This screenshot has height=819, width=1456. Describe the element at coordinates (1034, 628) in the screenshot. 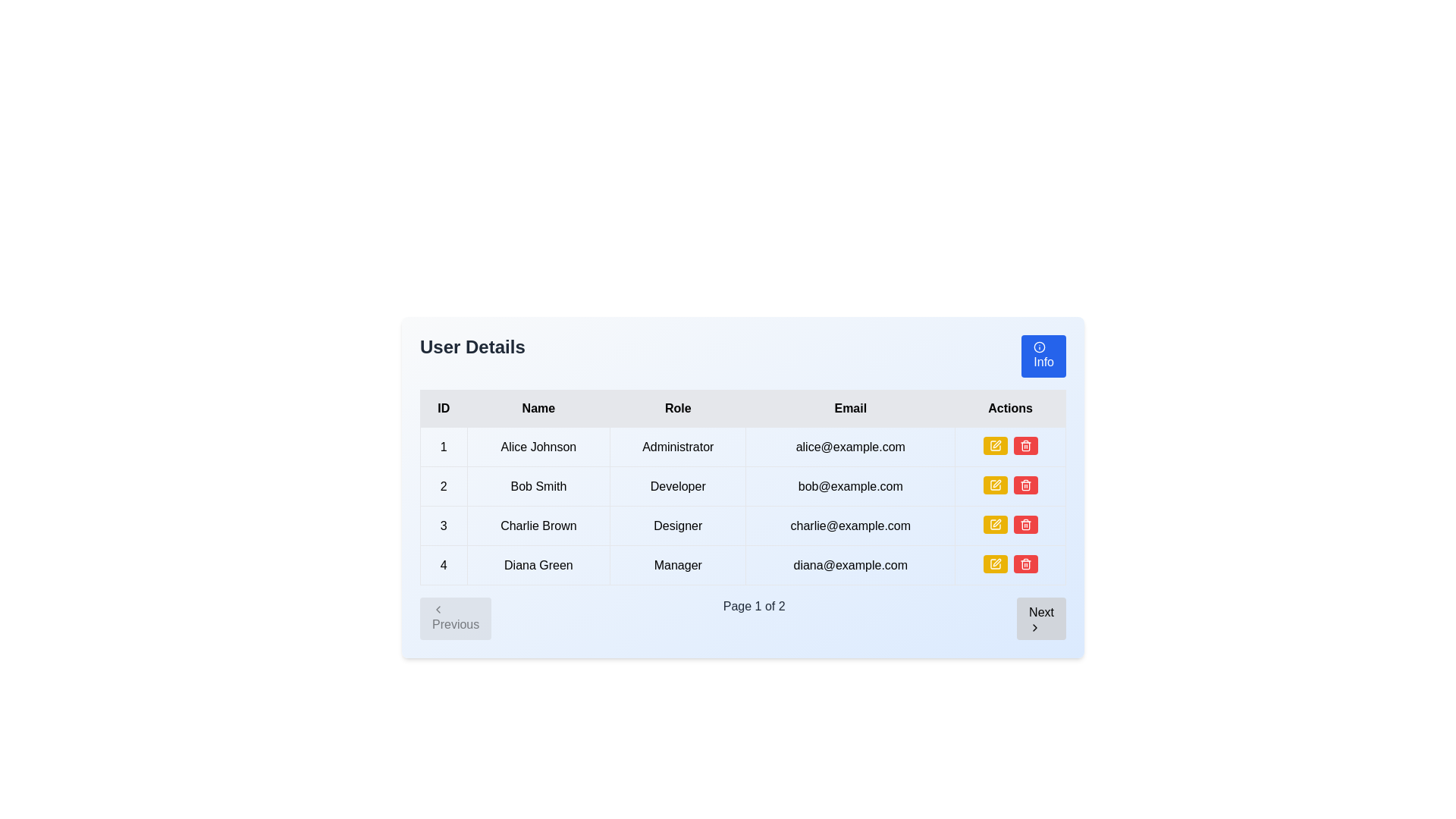

I see `the decorative and functional icon for the 'Next' button located at the bottom-right side of the application's user interface, adjacent to the 'Page 1 of 2' text` at that location.